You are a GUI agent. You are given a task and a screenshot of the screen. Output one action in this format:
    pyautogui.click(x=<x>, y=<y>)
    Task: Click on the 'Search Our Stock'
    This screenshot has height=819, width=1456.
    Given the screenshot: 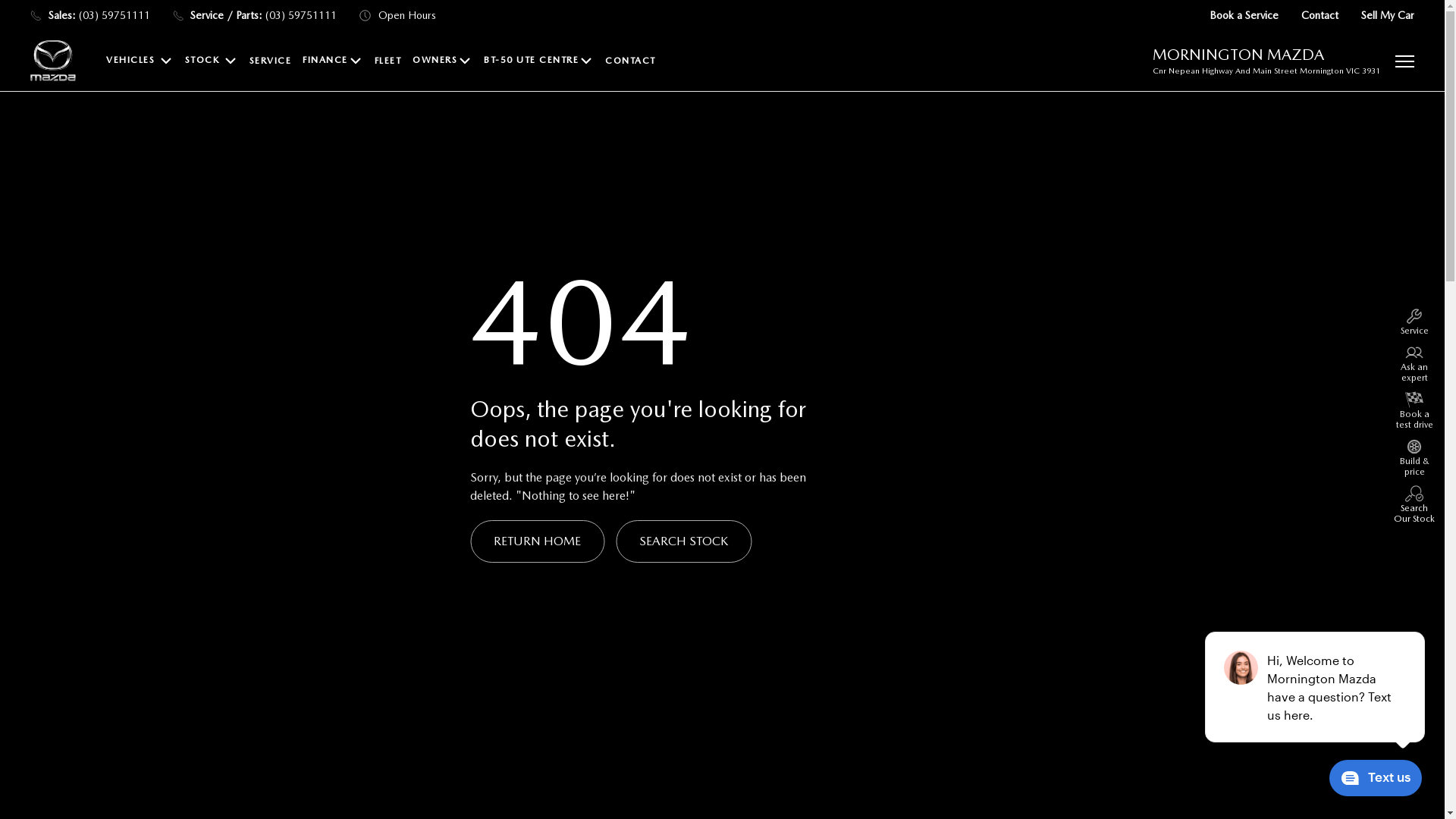 What is the action you would take?
    pyautogui.click(x=1393, y=504)
    